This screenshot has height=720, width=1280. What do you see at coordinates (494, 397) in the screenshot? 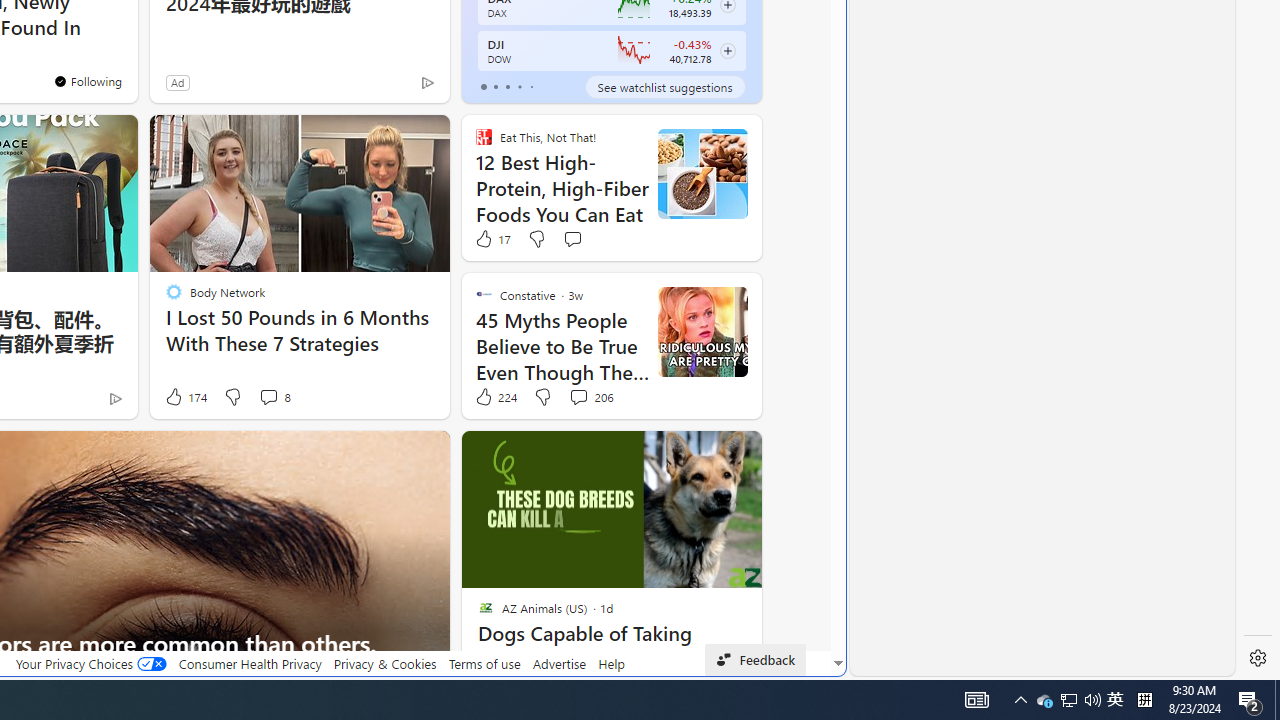
I see `'224 Like'` at bounding box center [494, 397].